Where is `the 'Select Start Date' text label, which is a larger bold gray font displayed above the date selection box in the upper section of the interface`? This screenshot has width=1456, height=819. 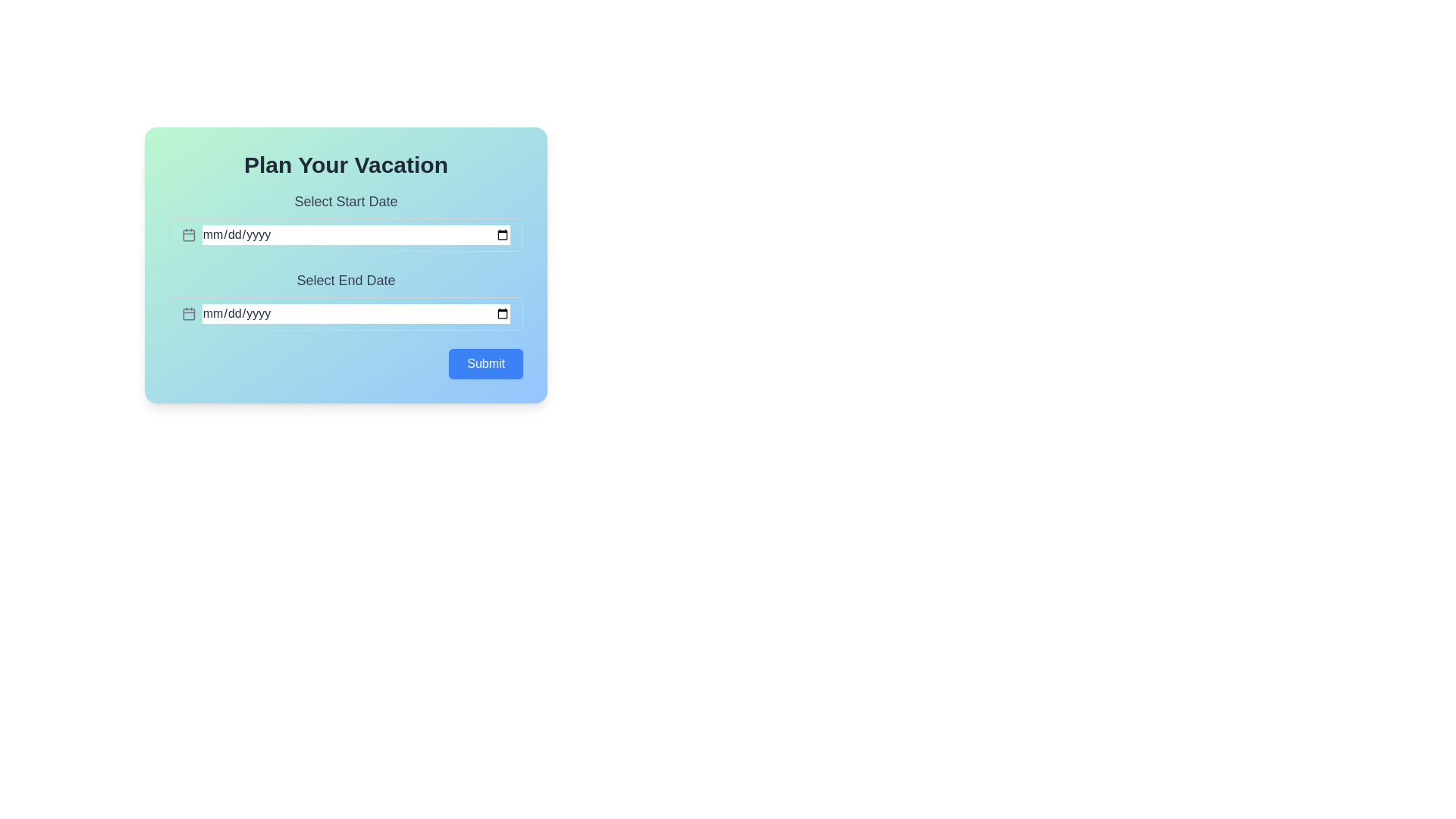
the 'Select Start Date' text label, which is a larger bold gray font displayed above the date selection box in the upper section of the interface is located at coordinates (345, 201).